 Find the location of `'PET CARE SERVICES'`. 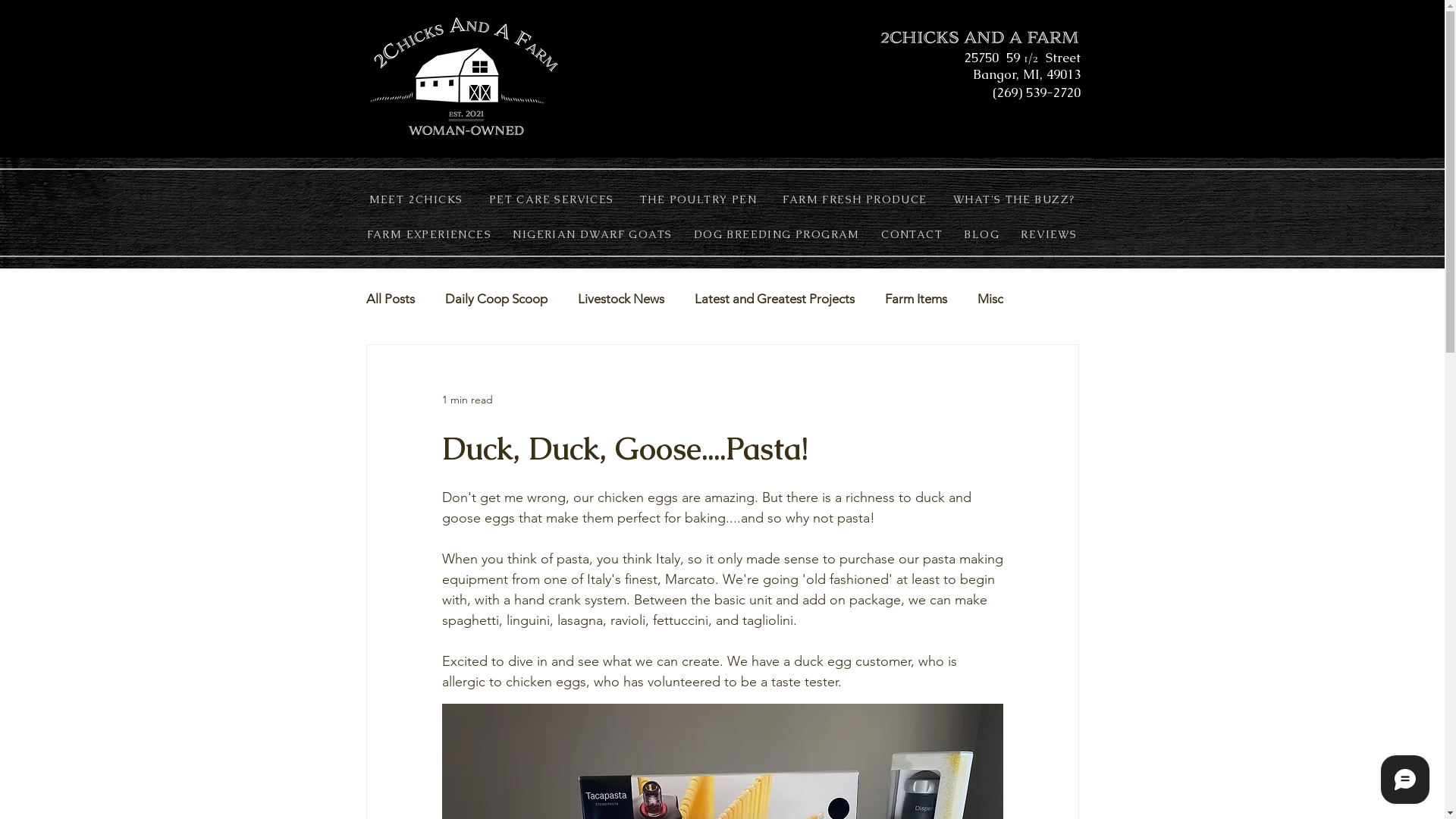

'PET CARE SERVICES' is located at coordinates (551, 198).